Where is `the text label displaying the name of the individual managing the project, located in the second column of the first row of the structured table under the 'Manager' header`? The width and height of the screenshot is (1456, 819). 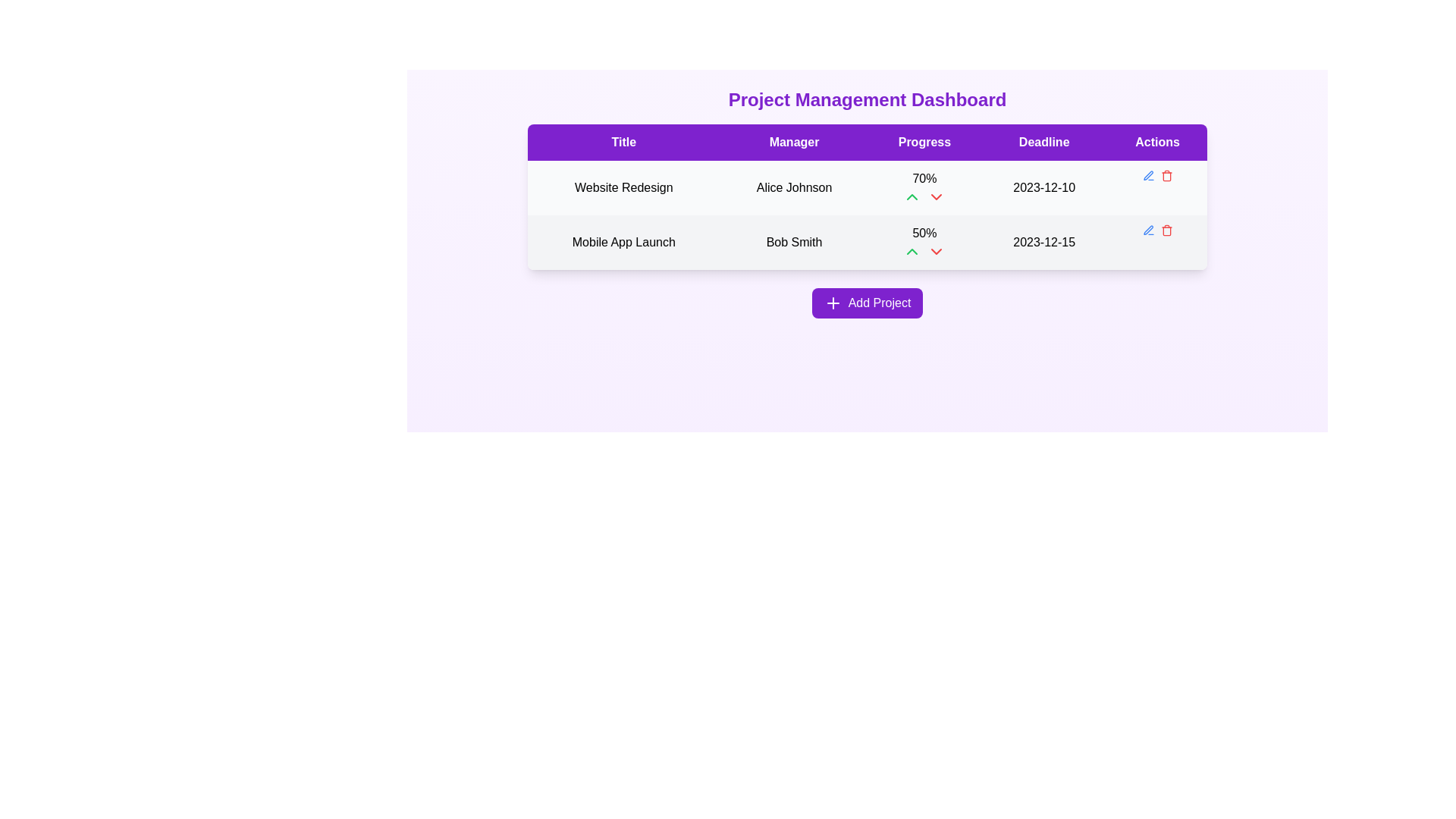
the text label displaying the name of the individual managing the project, located in the second column of the first row of the structured table under the 'Manager' header is located at coordinates (793, 187).